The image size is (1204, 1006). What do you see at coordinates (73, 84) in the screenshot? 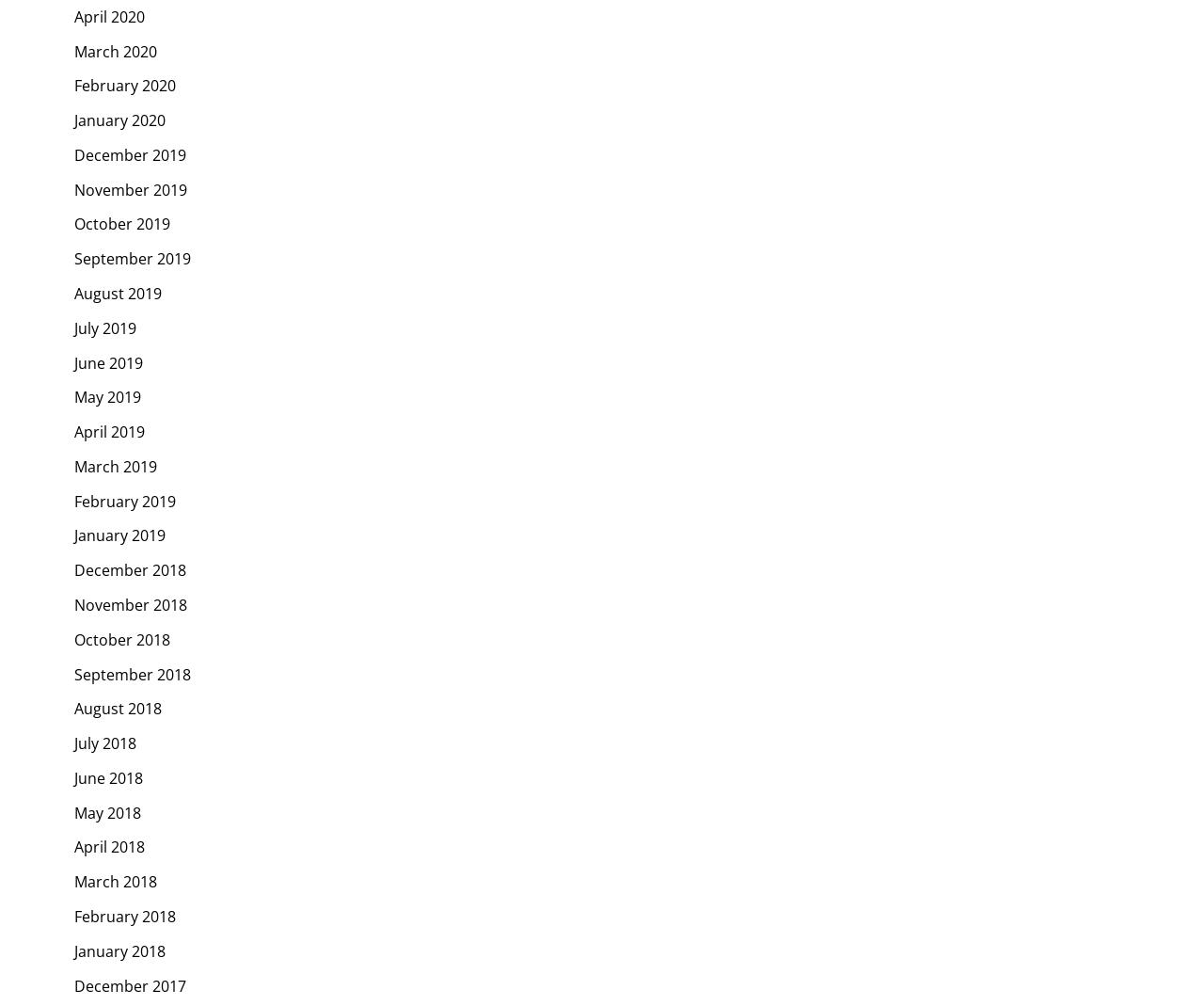
I see `'February 2020'` at bounding box center [73, 84].